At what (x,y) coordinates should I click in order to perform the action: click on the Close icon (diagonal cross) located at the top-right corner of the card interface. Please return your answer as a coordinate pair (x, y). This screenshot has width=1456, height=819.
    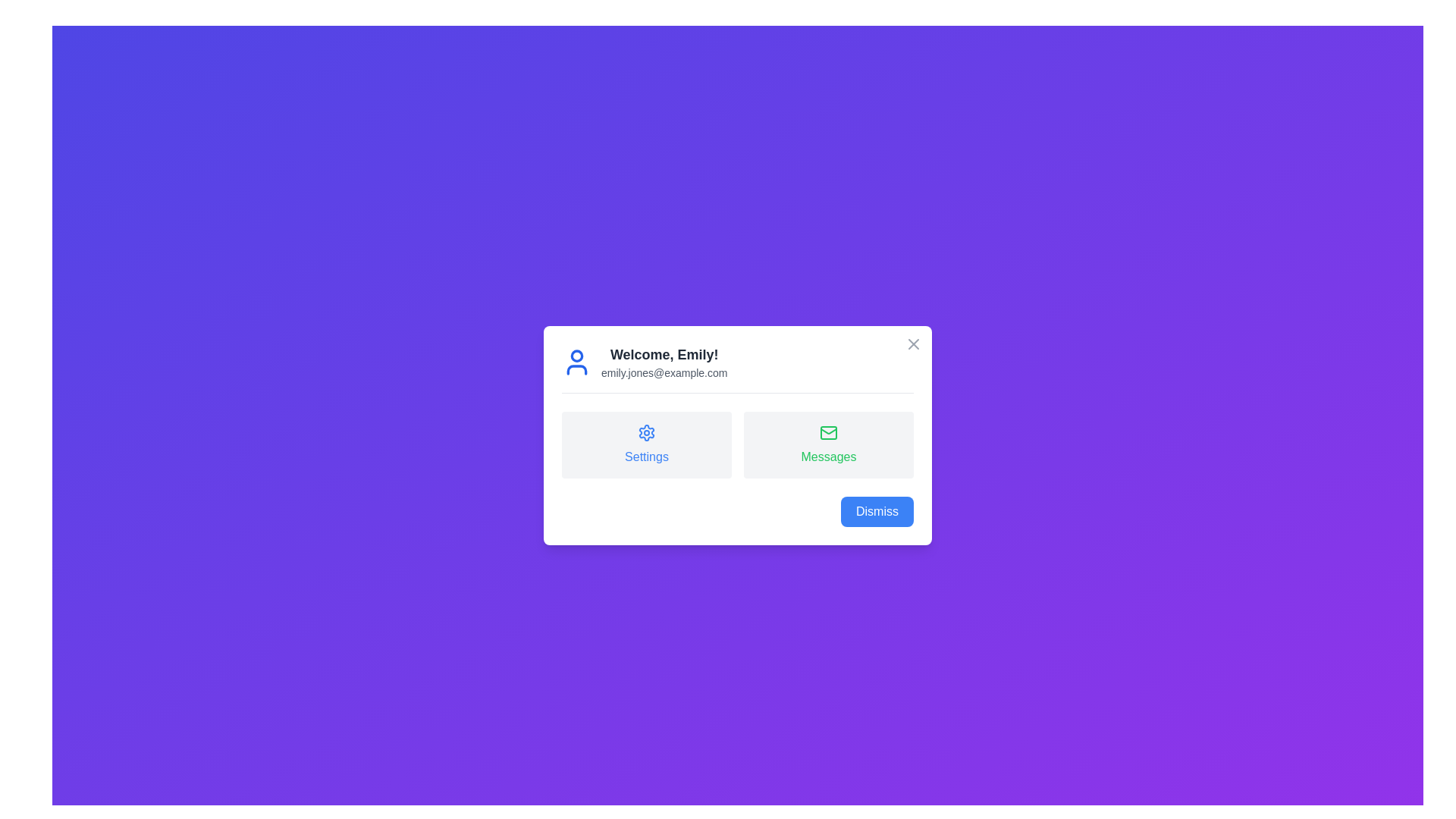
    Looking at the image, I should click on (912, 344).